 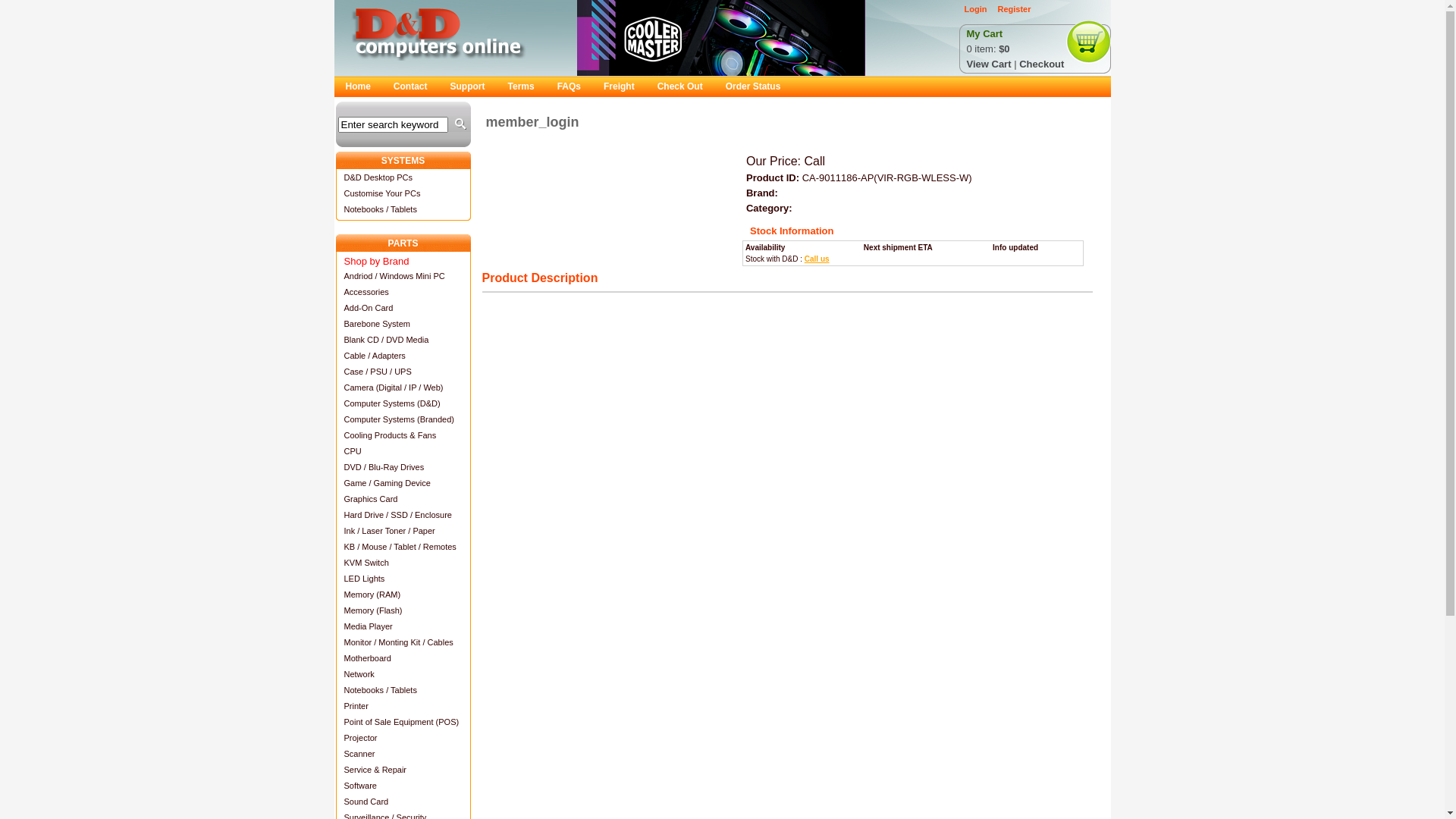 I want to click on 'Scanner', so click(x=403, y=753).